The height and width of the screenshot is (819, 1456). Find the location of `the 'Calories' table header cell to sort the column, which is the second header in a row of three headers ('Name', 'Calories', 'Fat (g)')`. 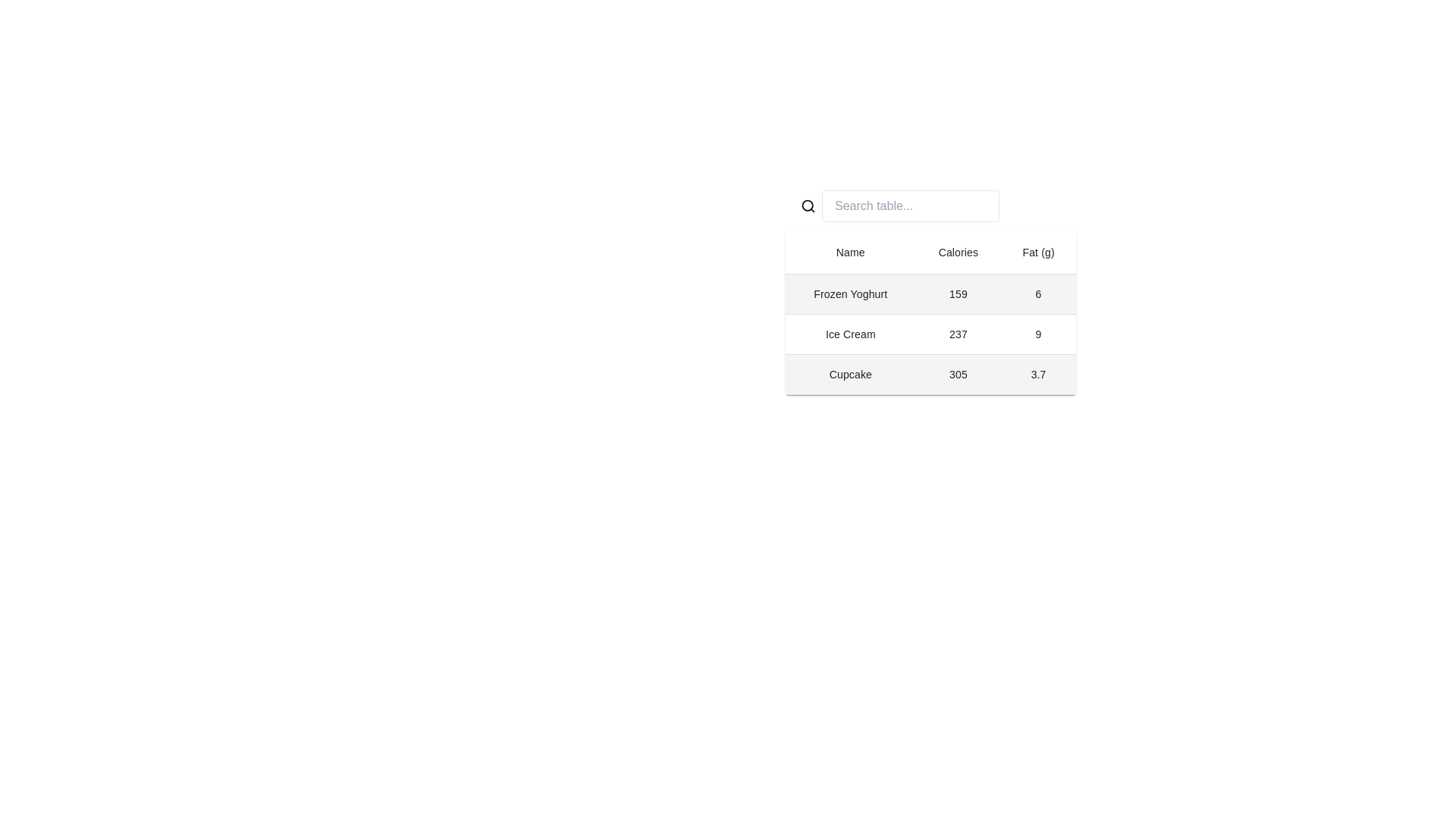

the 'Calories' table header cell to sort the column, which is the second header in a row of three headers ('Name', 'Calories', 'Fat (g)') is located at coordinates (957, 252).